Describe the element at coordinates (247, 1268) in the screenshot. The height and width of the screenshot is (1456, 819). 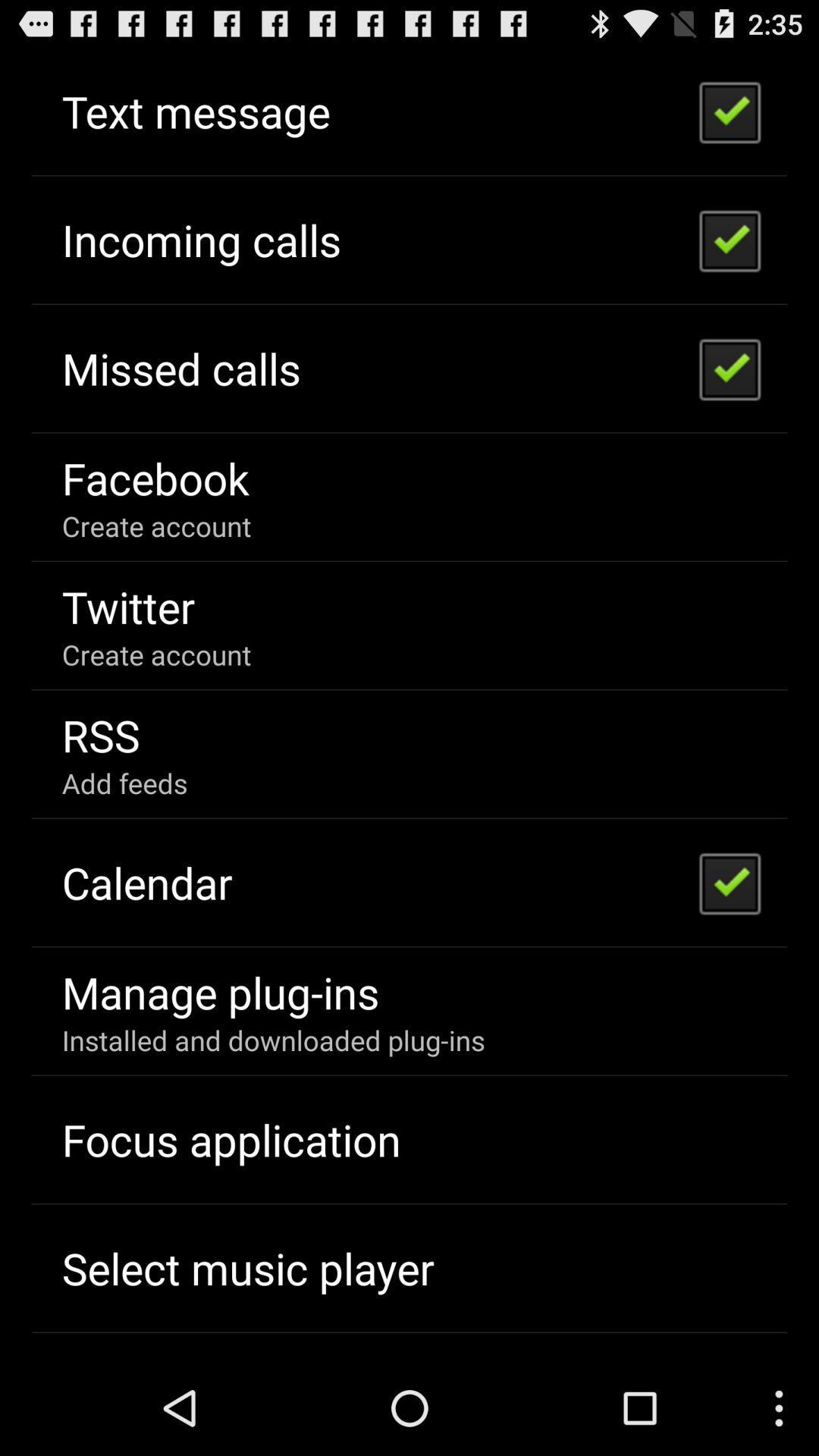
I see `the select music player item` at that location.